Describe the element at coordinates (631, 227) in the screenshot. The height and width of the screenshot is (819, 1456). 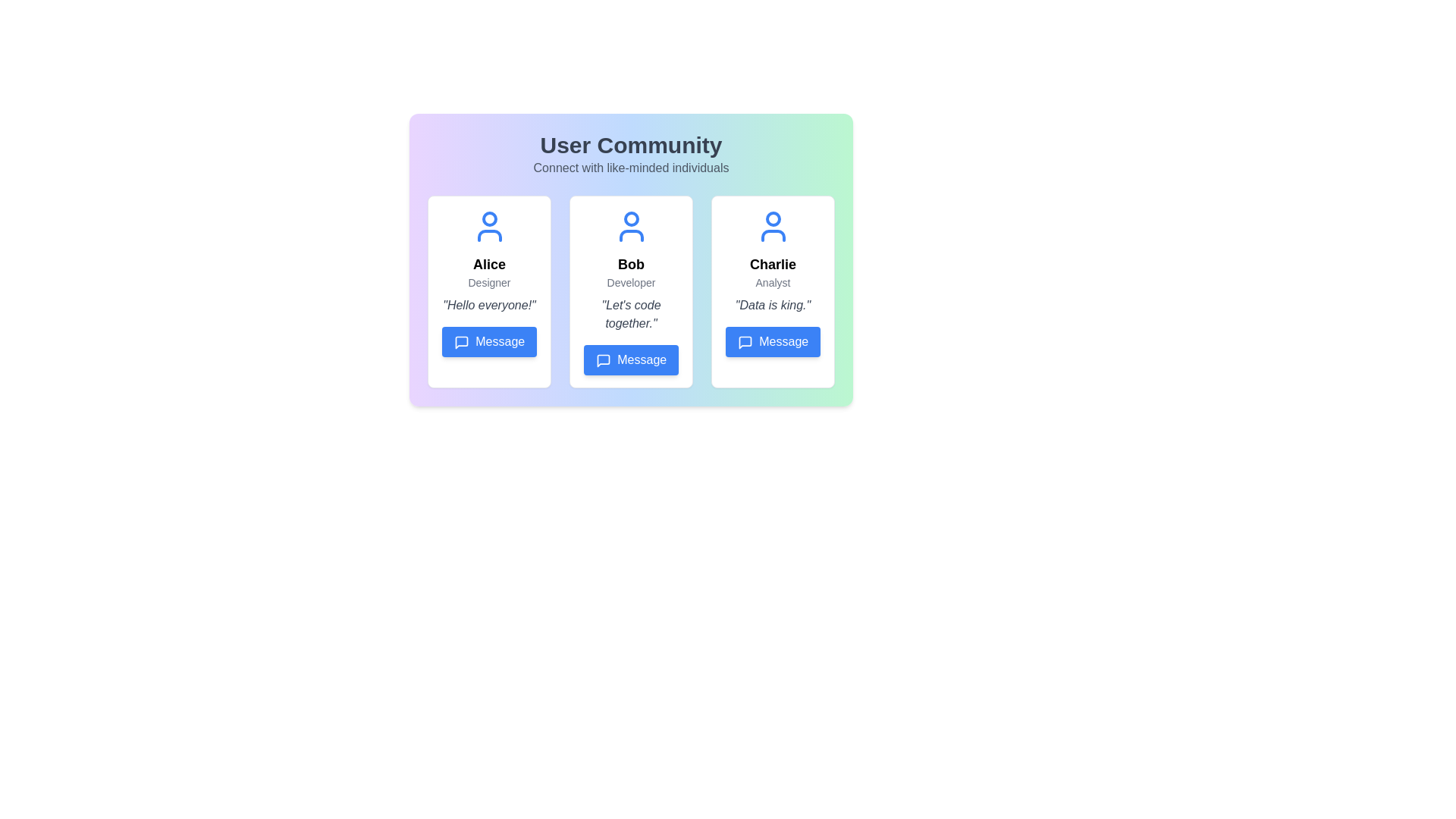
I see `the circular user icon styled in light blue, located above the text 'Bob' and 'Developer', which serves as the header for the content` at that location.